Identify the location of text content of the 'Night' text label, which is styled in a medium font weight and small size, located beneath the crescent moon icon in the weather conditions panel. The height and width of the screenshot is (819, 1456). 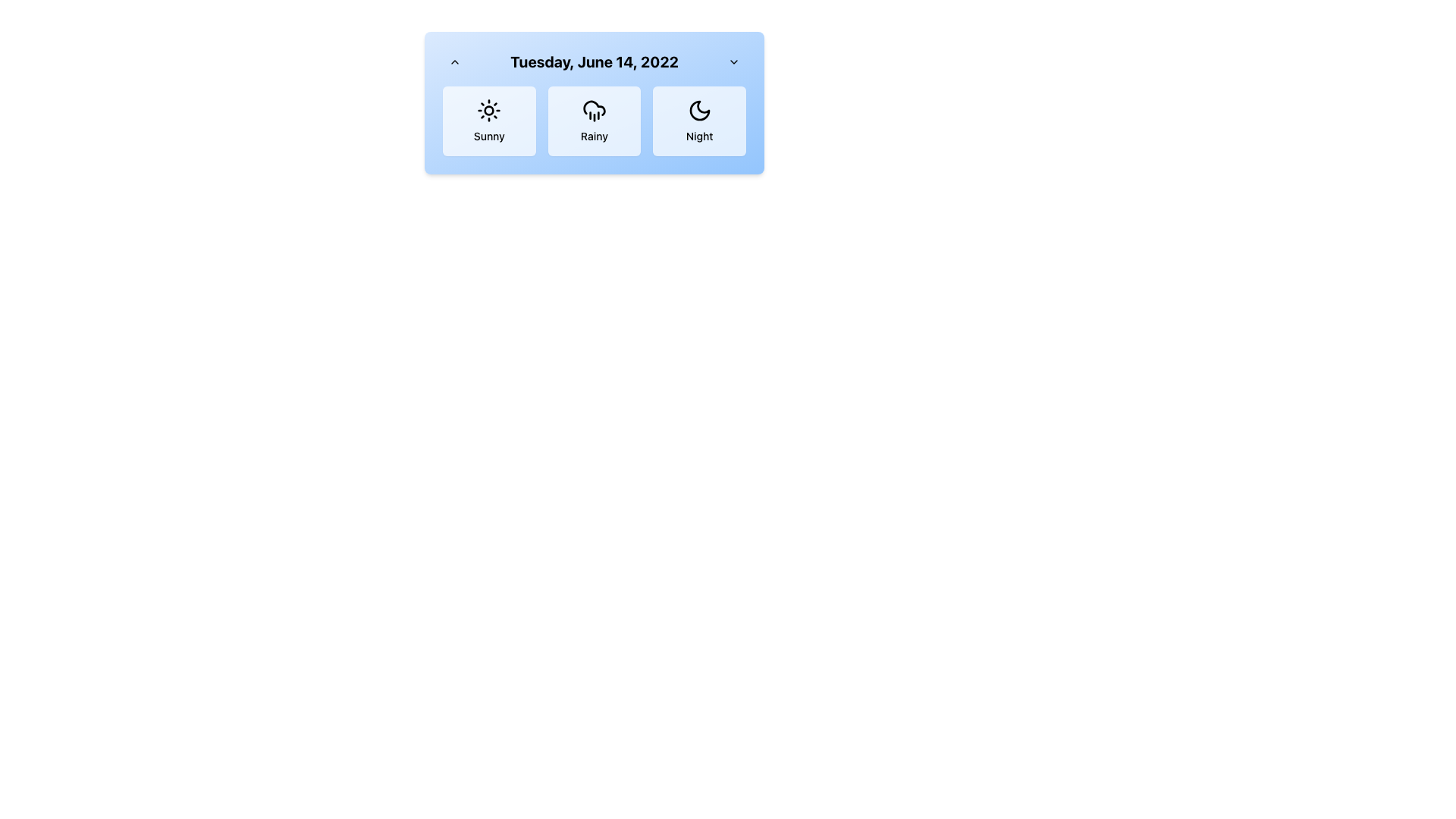
(698, 136).